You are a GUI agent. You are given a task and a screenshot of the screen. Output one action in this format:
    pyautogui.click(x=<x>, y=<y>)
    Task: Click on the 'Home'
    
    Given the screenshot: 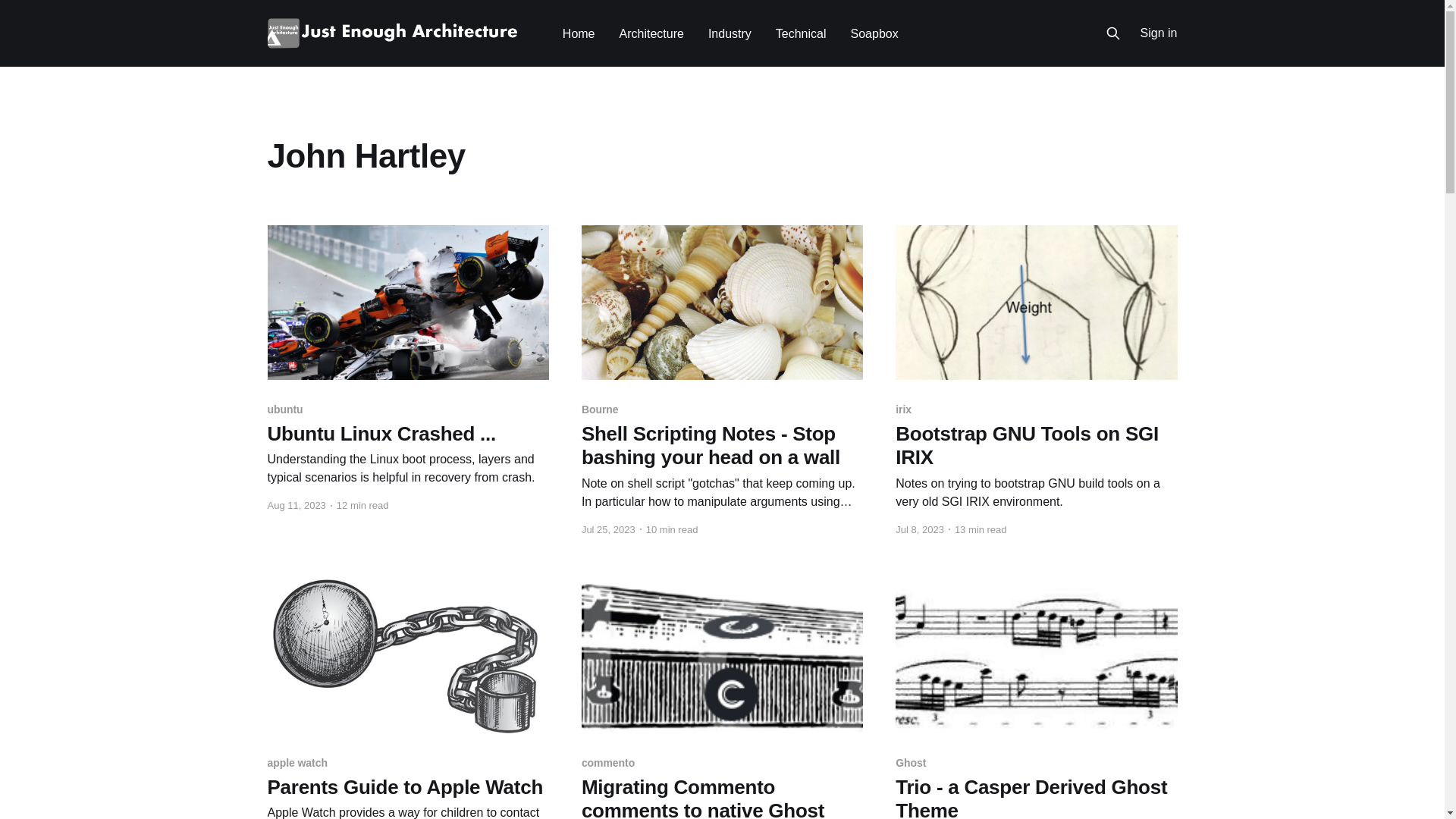 What is the action you would take?
    pyautogui.click(x=562, y=33)
    